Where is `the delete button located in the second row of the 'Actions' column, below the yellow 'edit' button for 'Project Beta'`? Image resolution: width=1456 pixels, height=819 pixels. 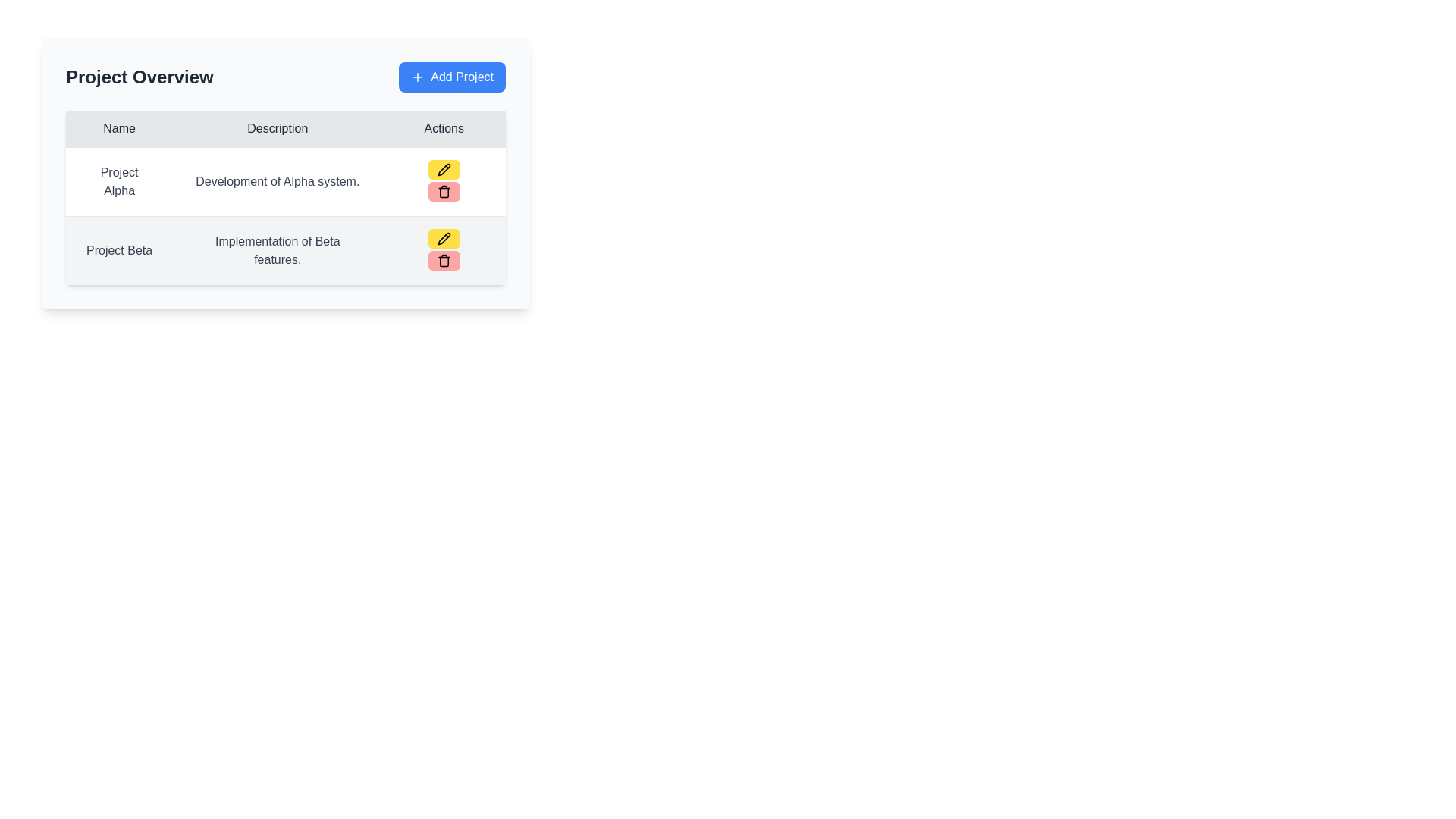 the delete button located in the second row of the 'Actions' column, below the yellow 'edit' button for 'Project Beta' is located at coordinates (443, 249).